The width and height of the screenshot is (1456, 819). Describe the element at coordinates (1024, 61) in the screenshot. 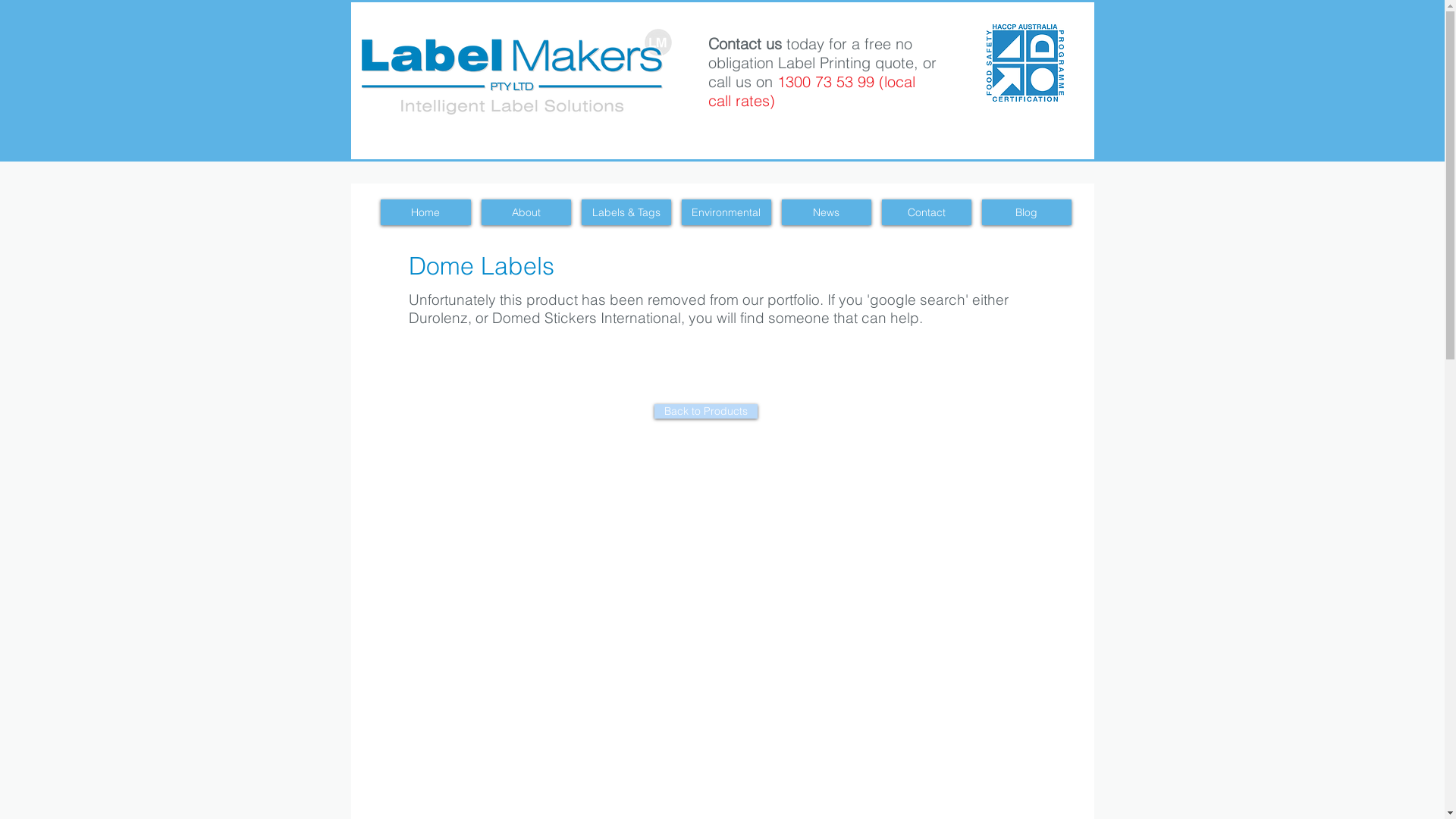

I see `'haccp aust cert blue.png'` at that location.